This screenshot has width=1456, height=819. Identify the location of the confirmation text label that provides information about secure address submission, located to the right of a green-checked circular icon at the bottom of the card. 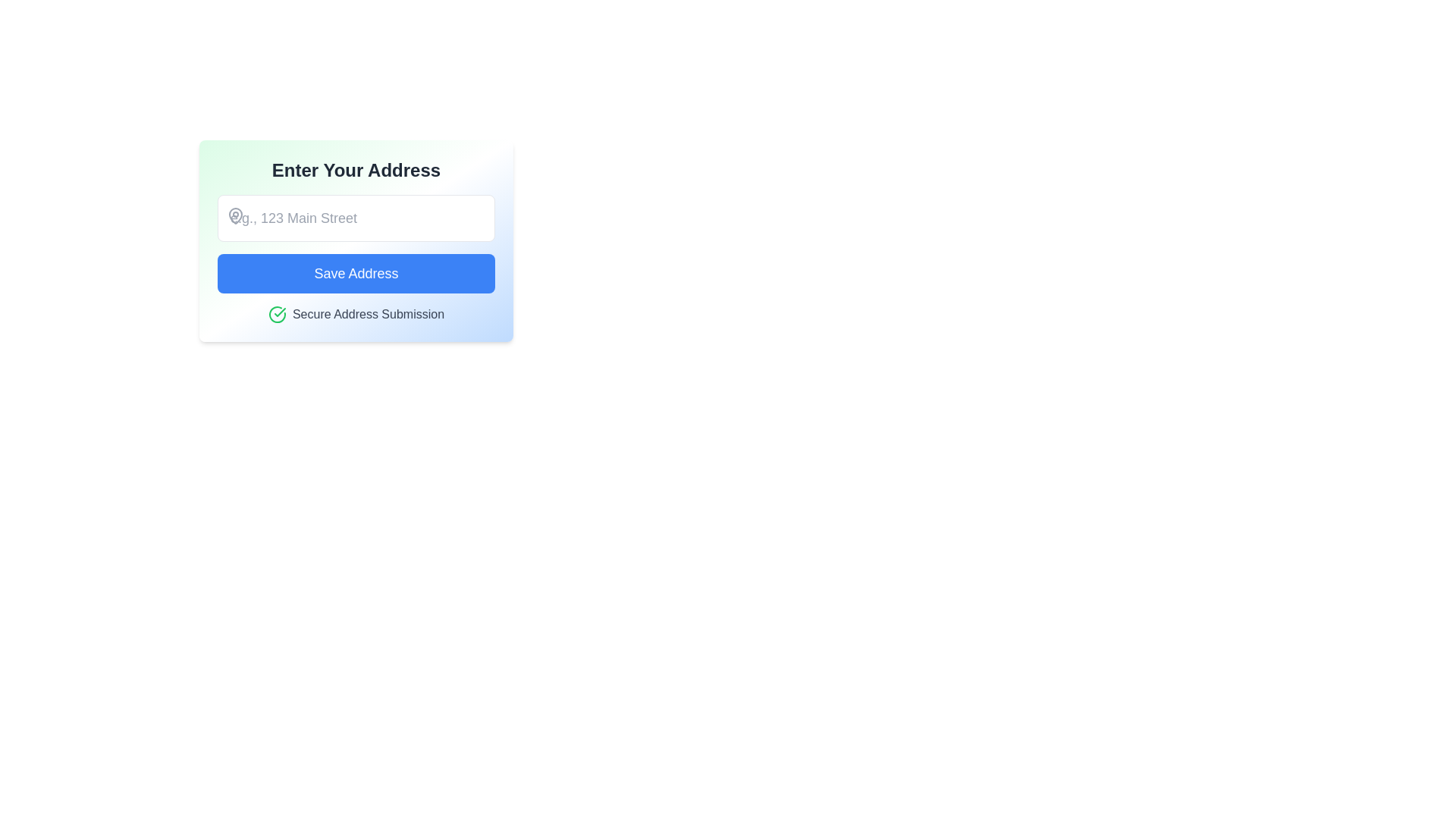
(368, 314).